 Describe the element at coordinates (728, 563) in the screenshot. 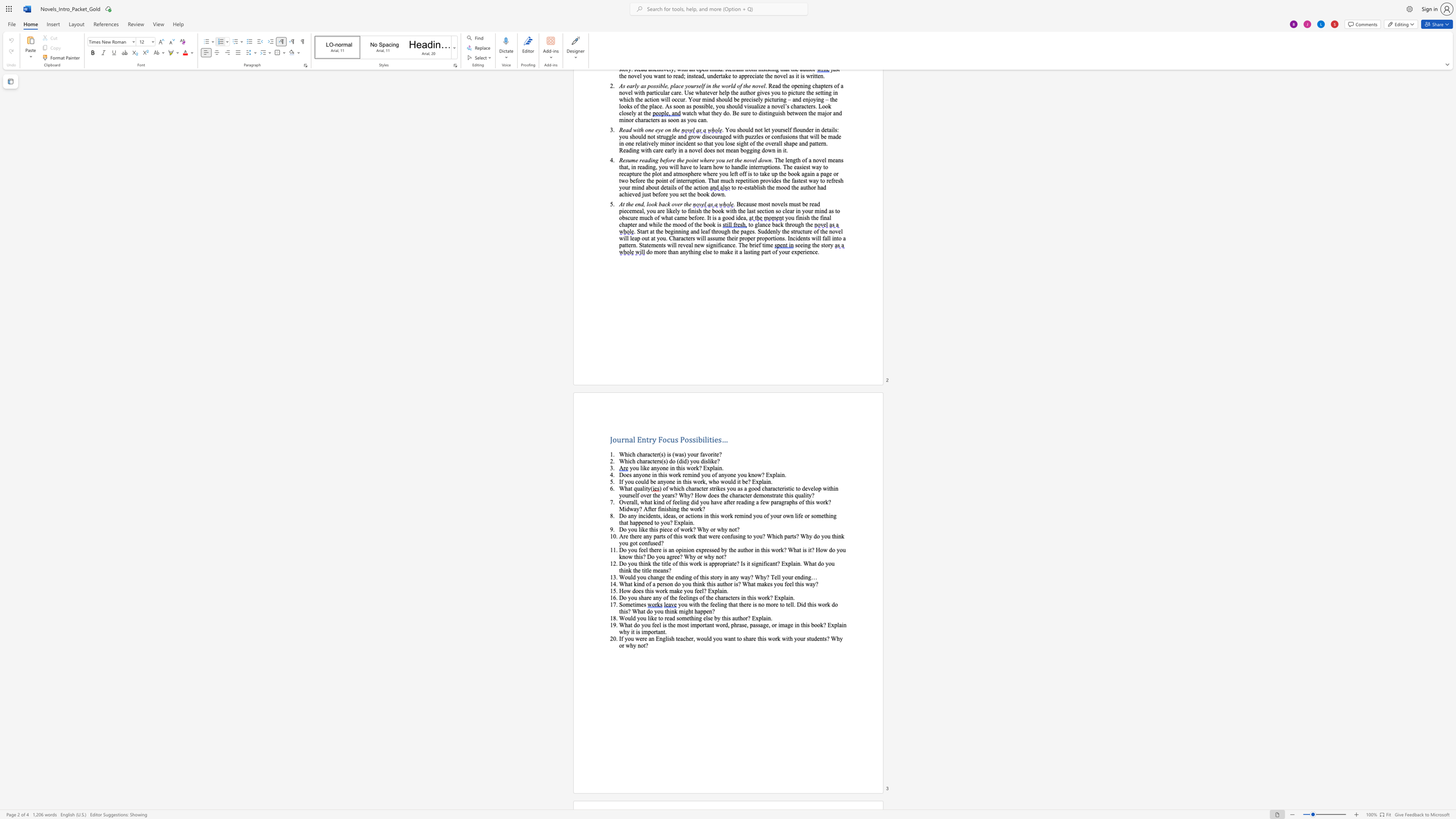

I see `the 1th character "i" in the text` at that location.